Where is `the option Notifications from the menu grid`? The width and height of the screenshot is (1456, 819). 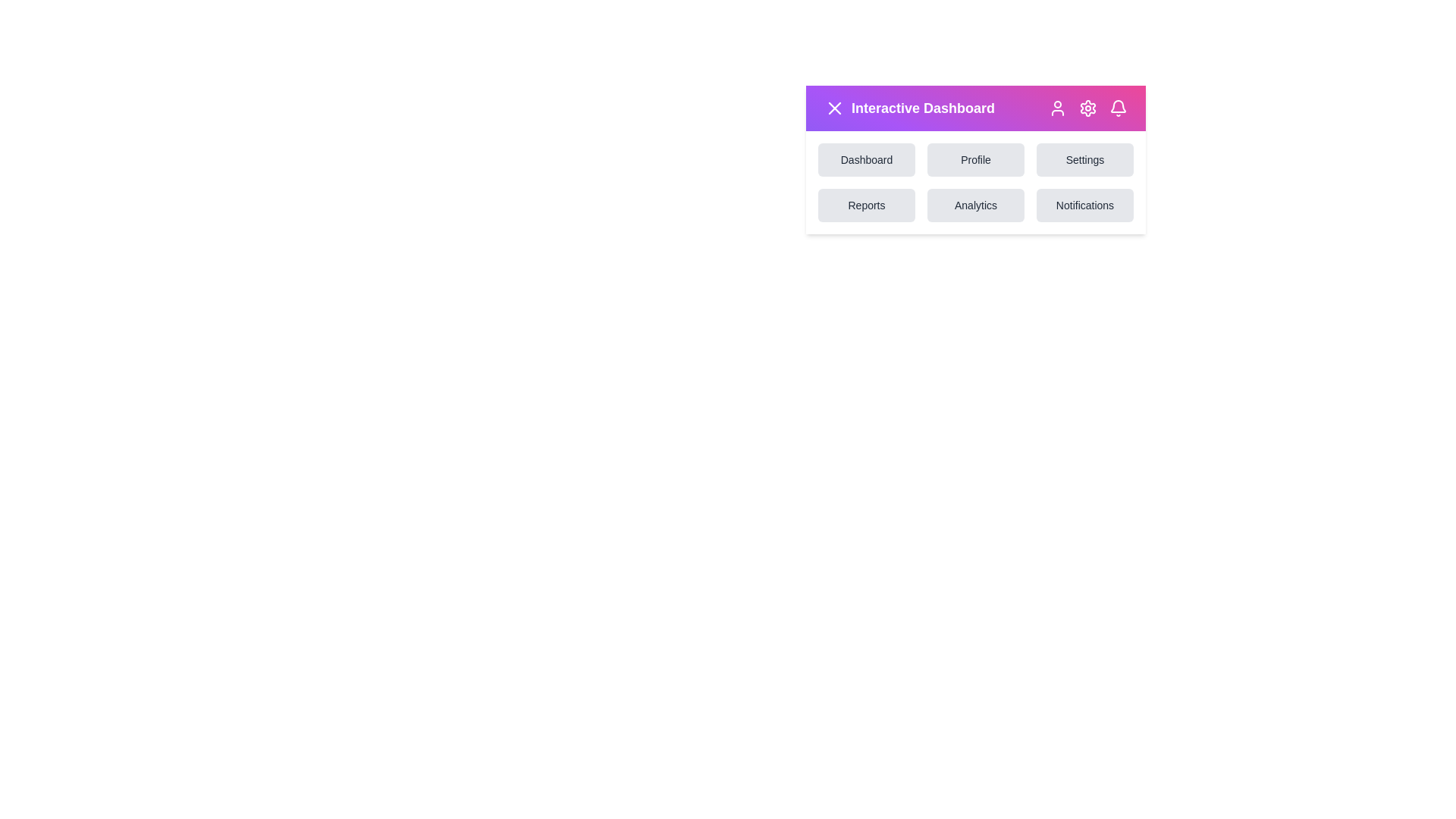 the option Notifications from the menu grid is located at coordinates (1084, 205).